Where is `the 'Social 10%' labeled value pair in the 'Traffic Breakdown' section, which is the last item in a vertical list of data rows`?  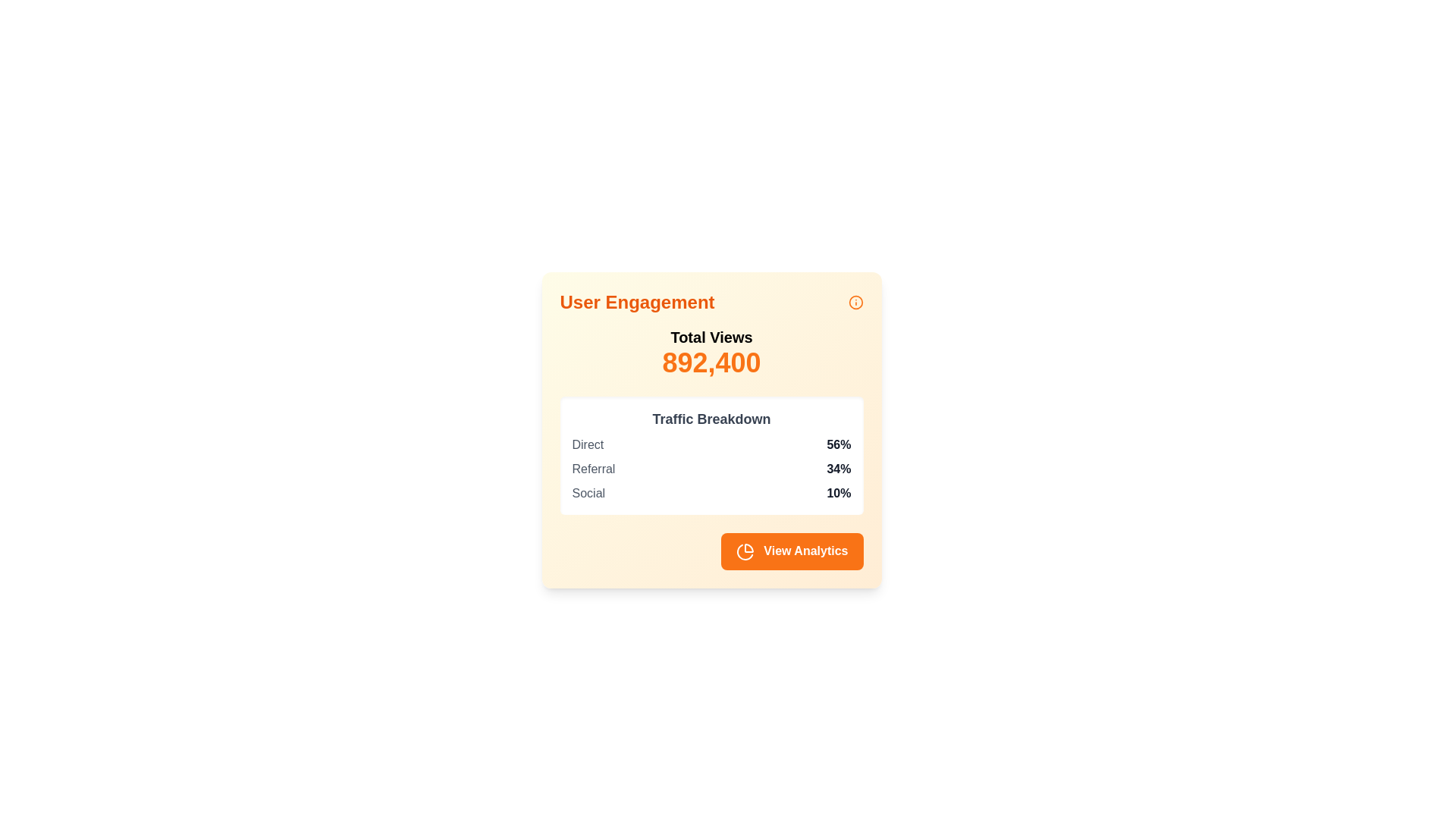 the 'Social 10%' labeled value pair in the 'Traffic Breakdown' section, which is the last item in a vertical list of data rows is located at coordinates (711, 494).